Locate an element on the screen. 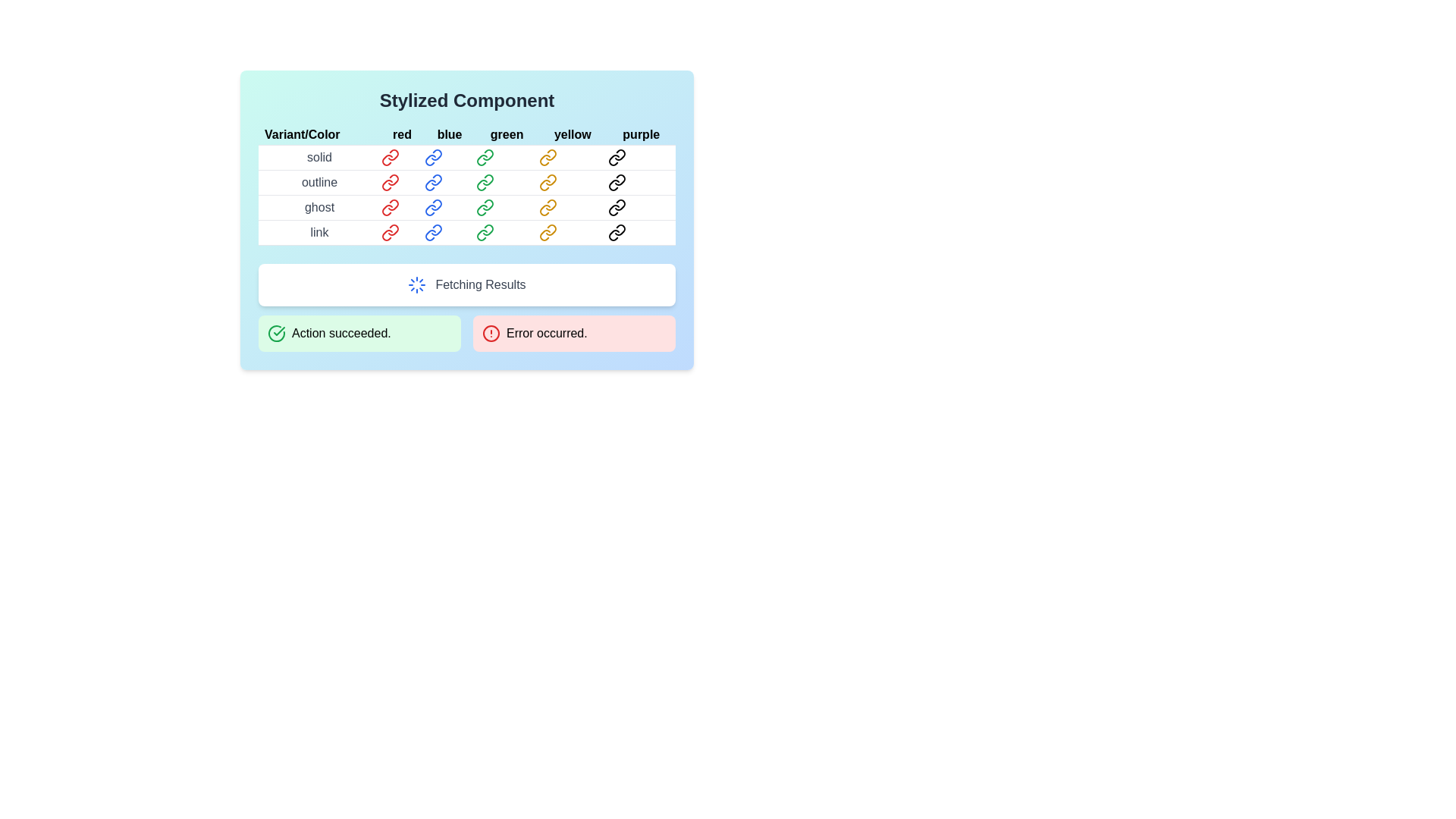 Image resolution: width=1456 pixels, height=819 pixels. message displayed in the text label that says 'Action succeeded.' which is styled in green color and located in the lower left section of the interface is located at coordinates (340, 332).